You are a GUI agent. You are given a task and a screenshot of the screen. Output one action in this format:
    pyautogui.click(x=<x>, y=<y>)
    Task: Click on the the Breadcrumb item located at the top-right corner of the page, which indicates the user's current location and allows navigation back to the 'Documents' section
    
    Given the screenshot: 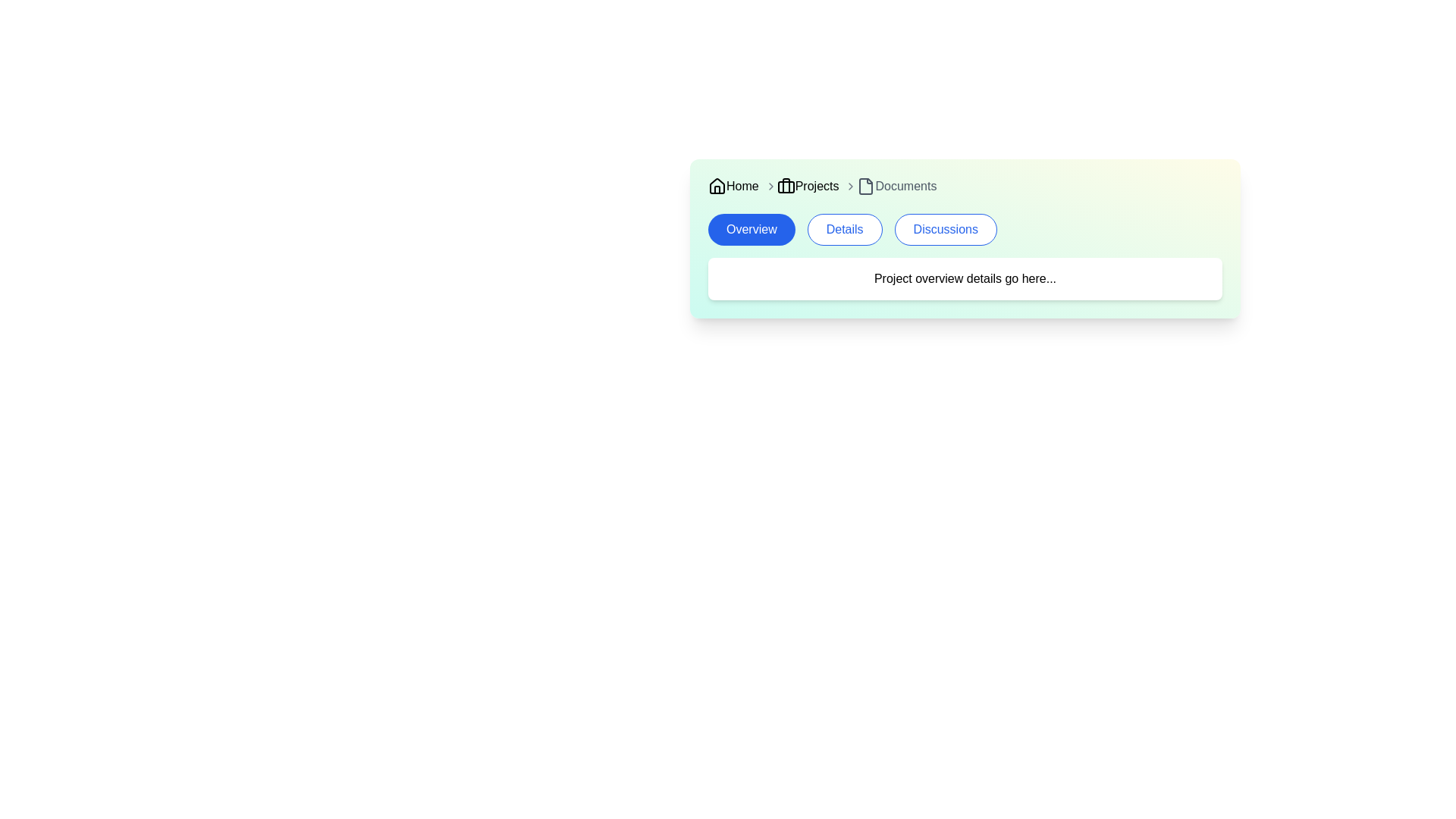 What is the action you would take?
    pyautogui.click(x=891, y=186)
    